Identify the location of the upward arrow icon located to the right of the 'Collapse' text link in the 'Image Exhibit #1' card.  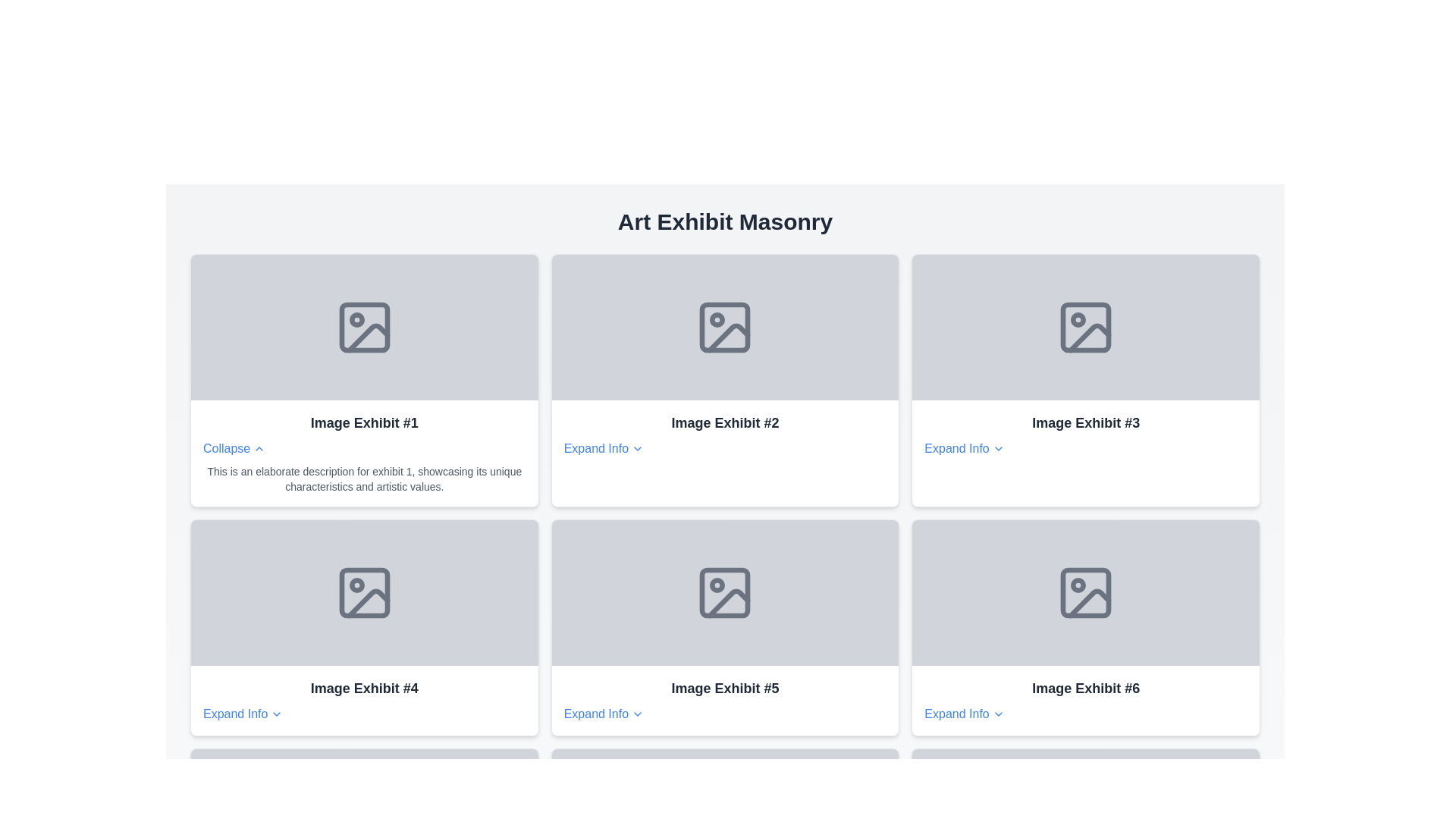
(259, 447).